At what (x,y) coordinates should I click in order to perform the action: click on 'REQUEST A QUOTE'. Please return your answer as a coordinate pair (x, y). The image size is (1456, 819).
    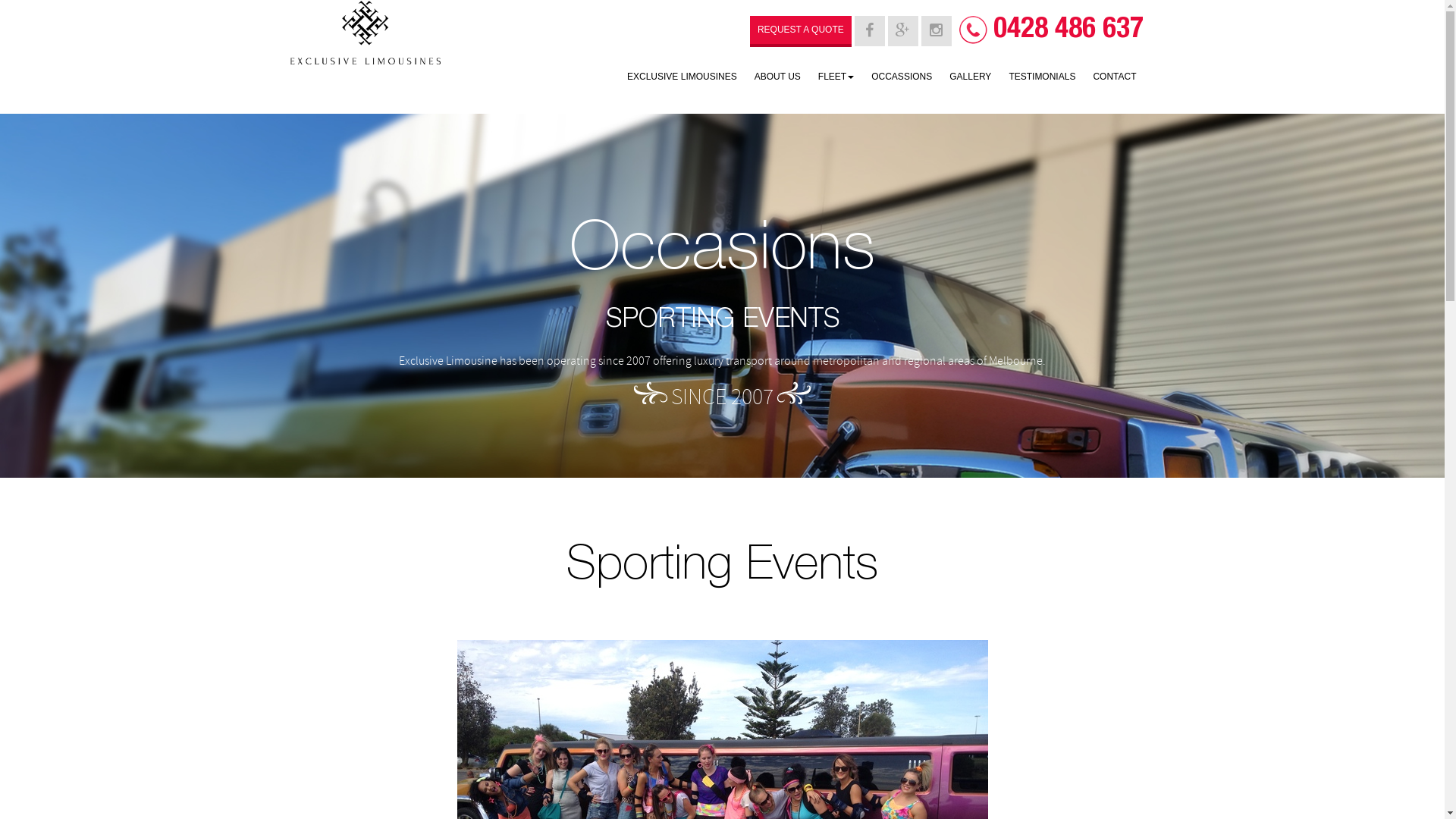
    Looking at the image, I should click on (749, 31).